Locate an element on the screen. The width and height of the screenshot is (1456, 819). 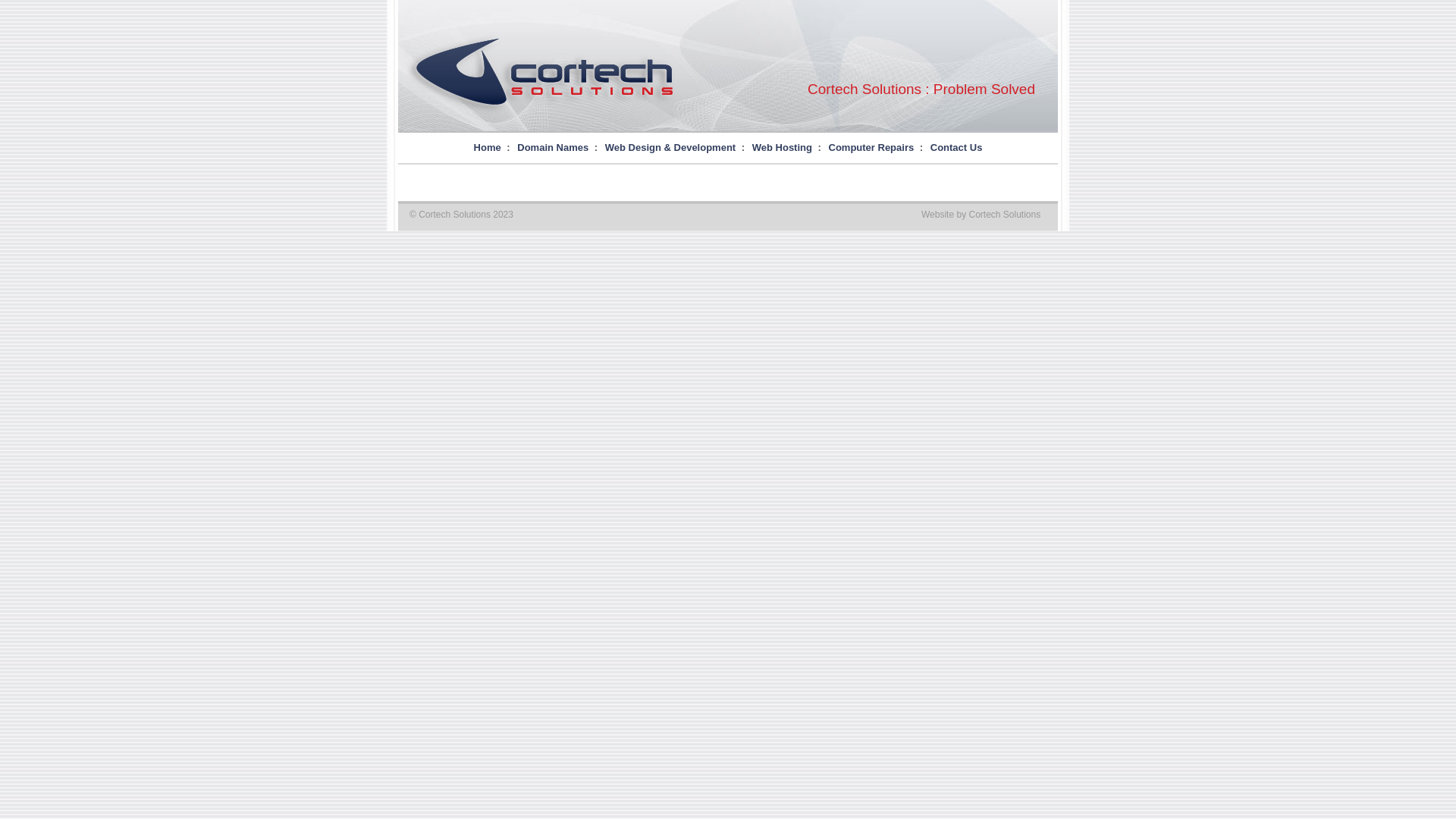
'Computer Repairs' is located at coordinates (871, 147).